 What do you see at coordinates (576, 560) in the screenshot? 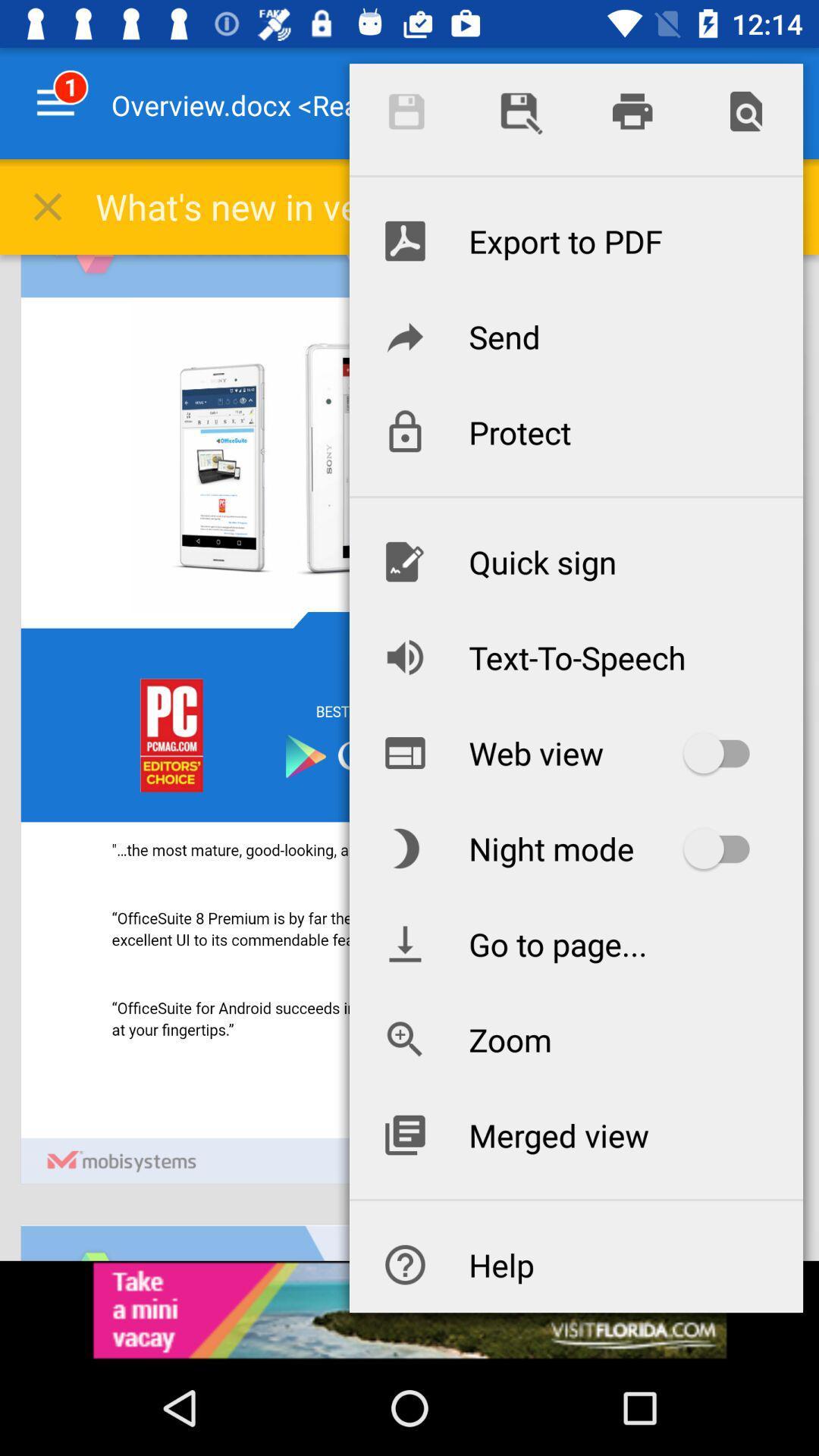
I see `the item above the text-to-speech item` at bounding box center [576, 560].